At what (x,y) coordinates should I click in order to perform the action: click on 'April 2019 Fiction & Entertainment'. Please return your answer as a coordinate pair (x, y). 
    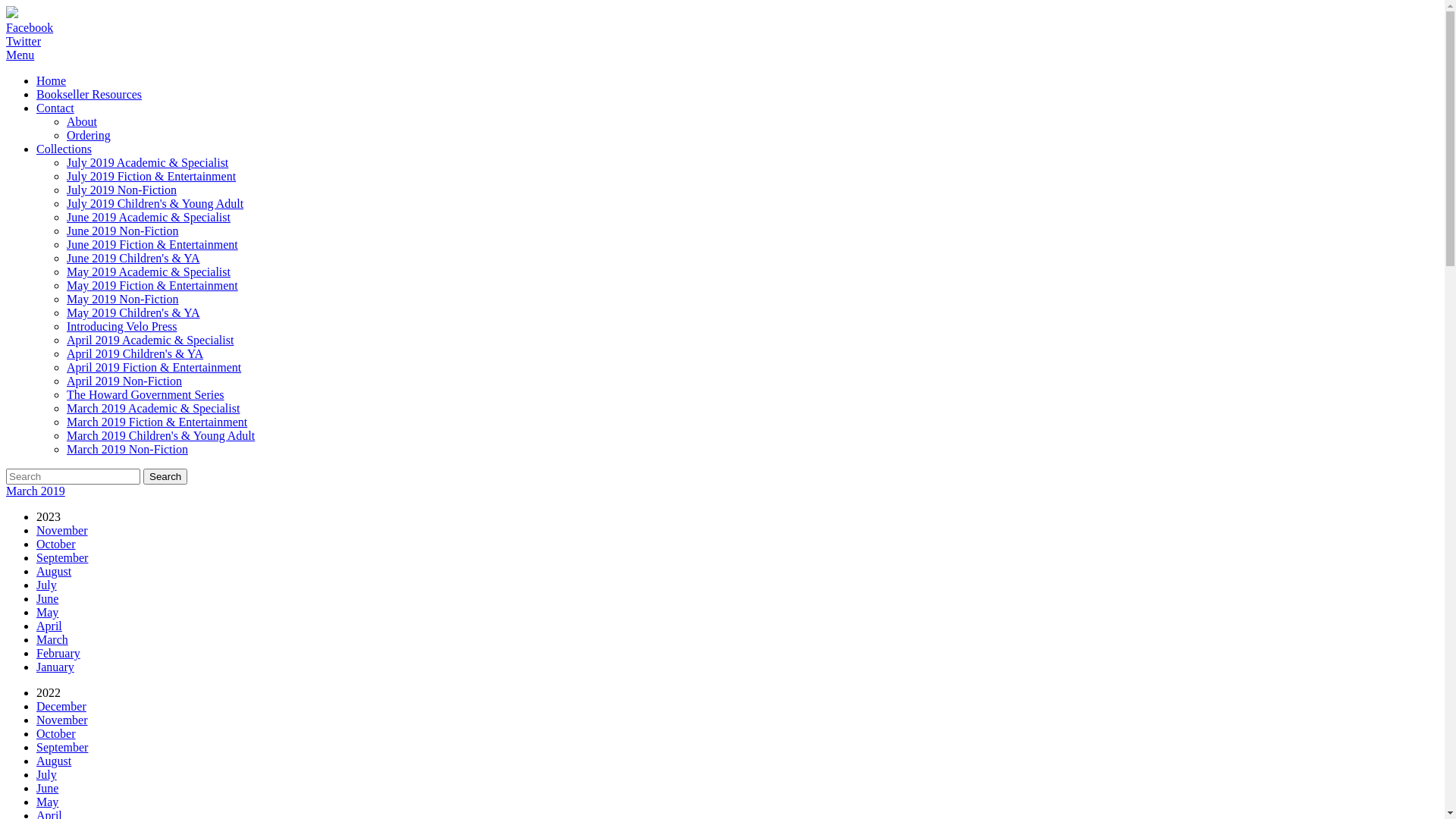
    Looking at the image, I should click on (153, 367).